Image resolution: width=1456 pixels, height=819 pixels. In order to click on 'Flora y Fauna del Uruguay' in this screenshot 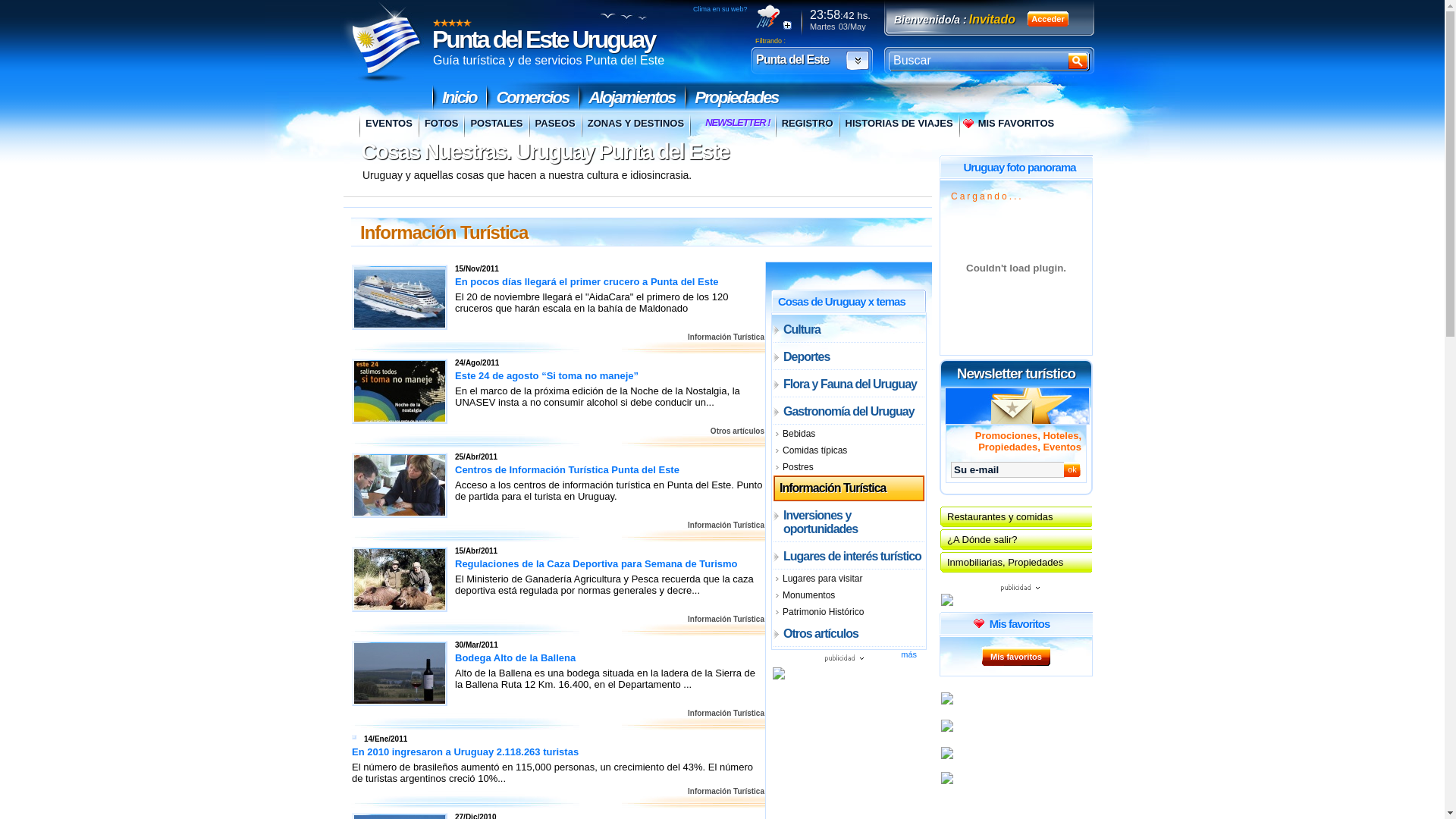, I will do `click(848, 383)`.